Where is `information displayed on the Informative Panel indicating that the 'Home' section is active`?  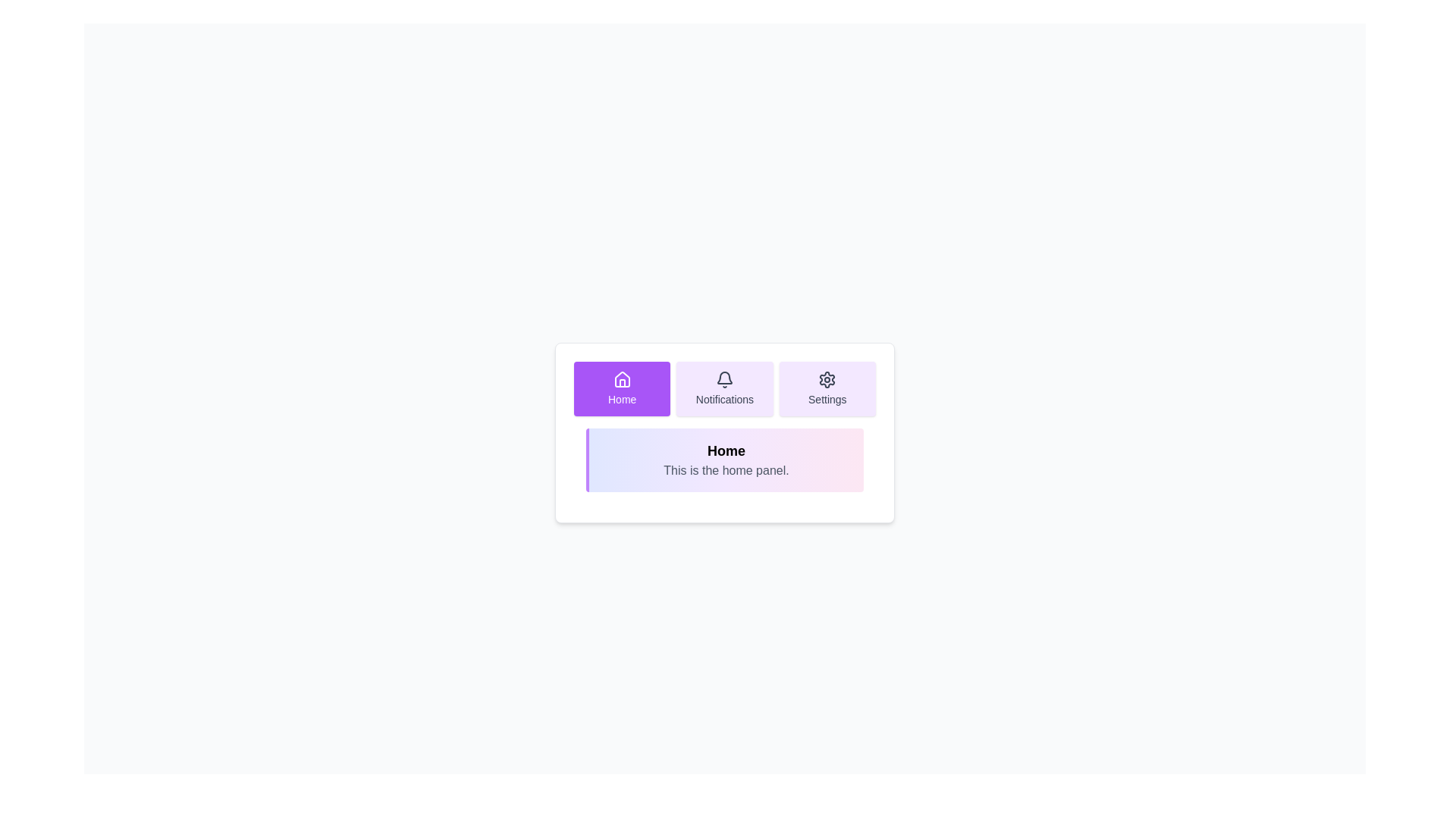 information displayed on the Informative Panel indicating that the 'Home' section is active is located at coordinates (723, 432).